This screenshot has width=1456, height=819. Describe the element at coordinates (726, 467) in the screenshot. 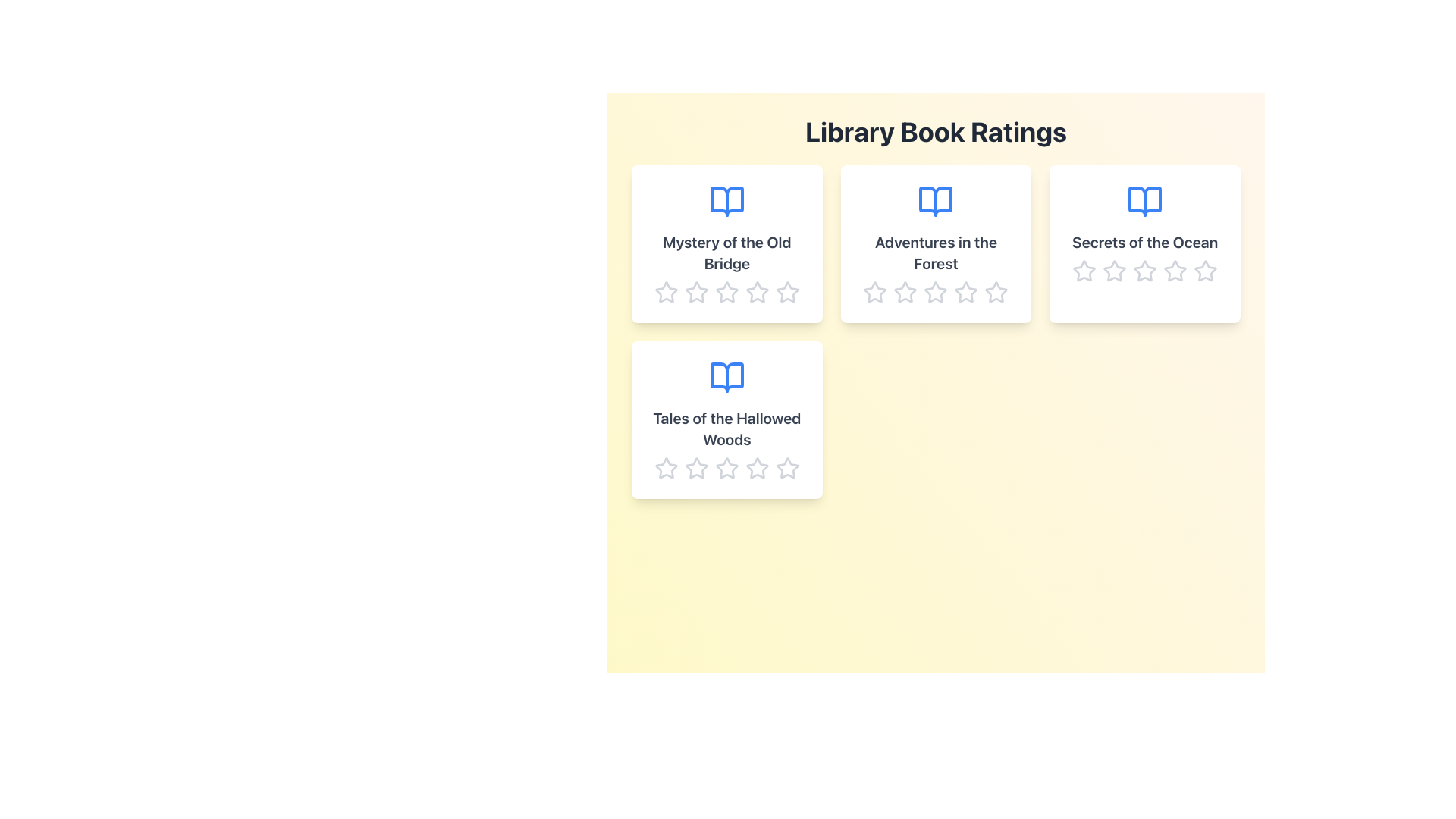

I see `the third rating star in the 5-star rating system for the book card titled 'Tales of the Hallowed Woods'` at that location.